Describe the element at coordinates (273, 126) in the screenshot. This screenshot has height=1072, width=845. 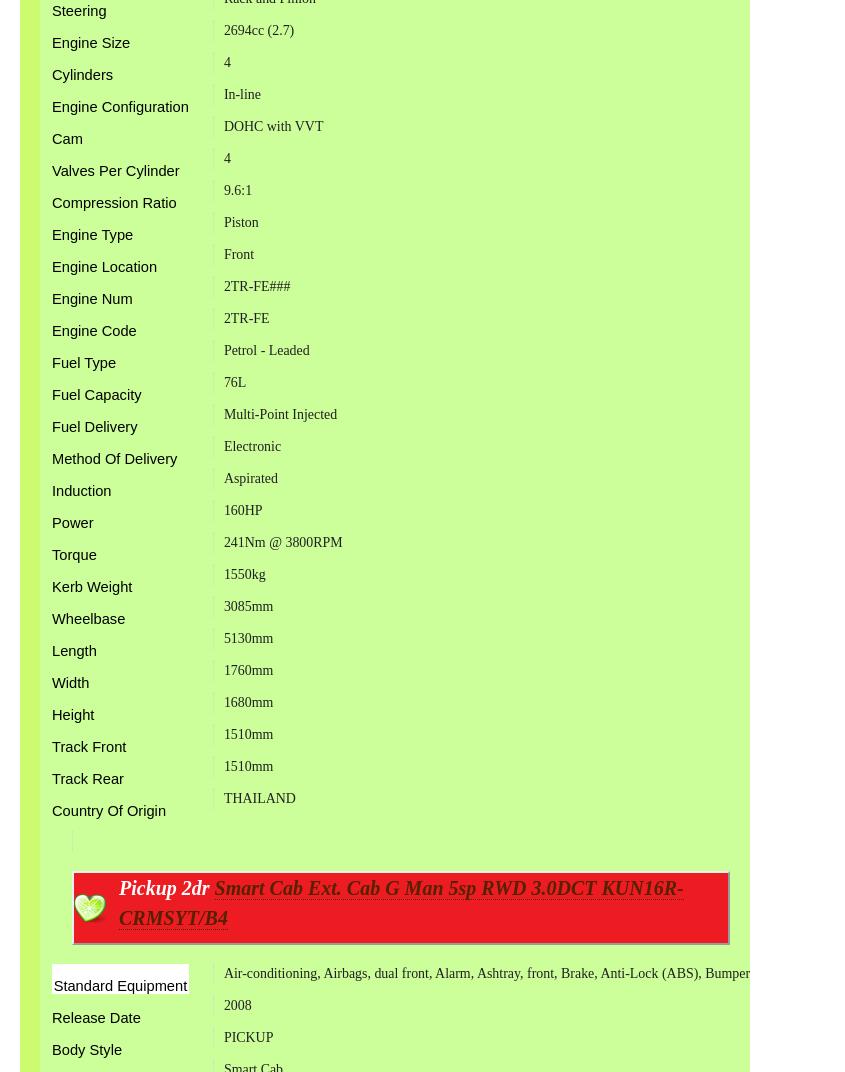
I see `'DOHC with VVT'` at that location.